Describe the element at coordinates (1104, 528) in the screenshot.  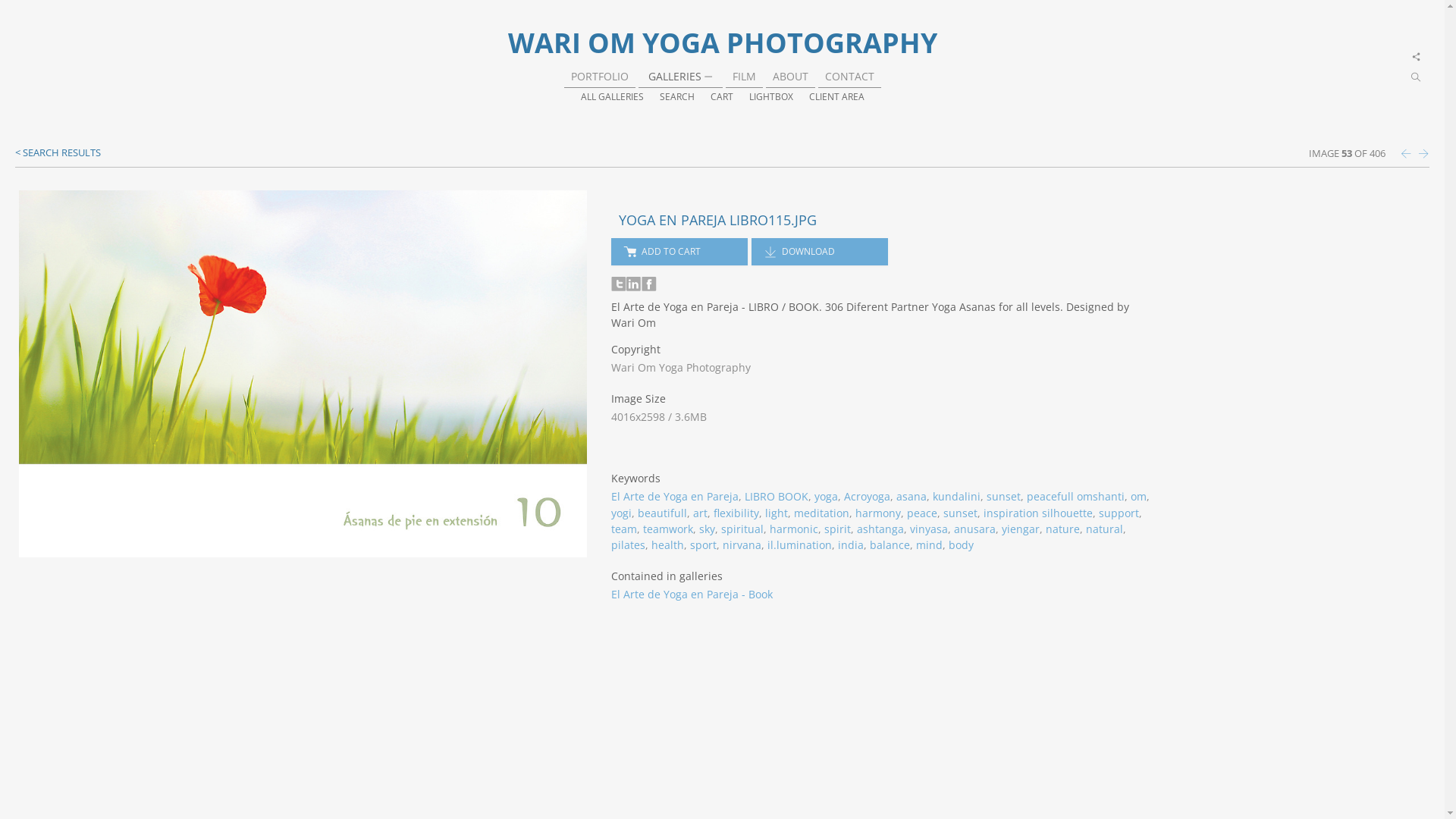
I see `'natural'` at that location.